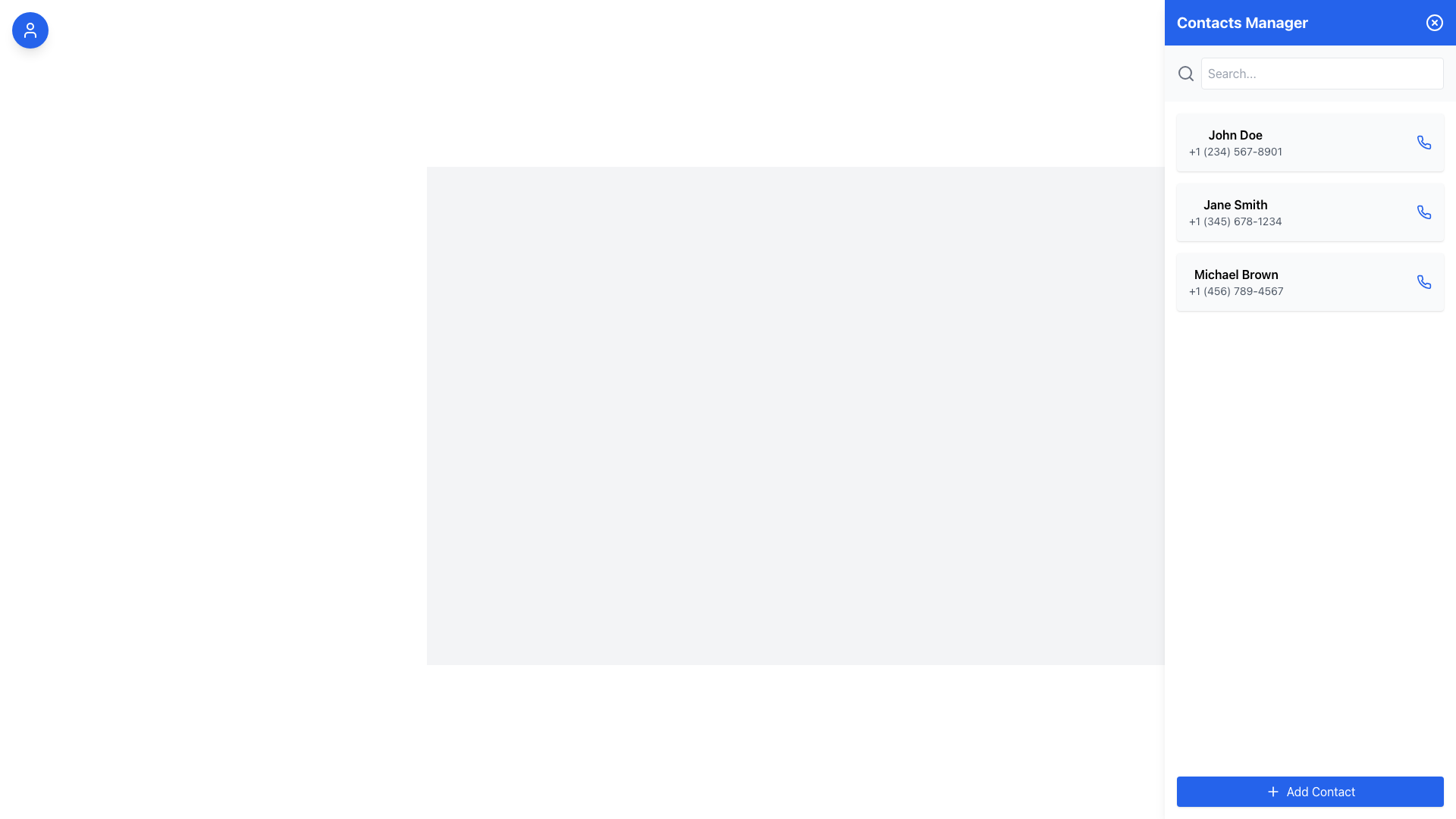  Describe the element at coordinates (1433, 23) in the screenshot. I see `the close icon located in the top-right corner of the 'Contacts Manager' header bar` at that location.